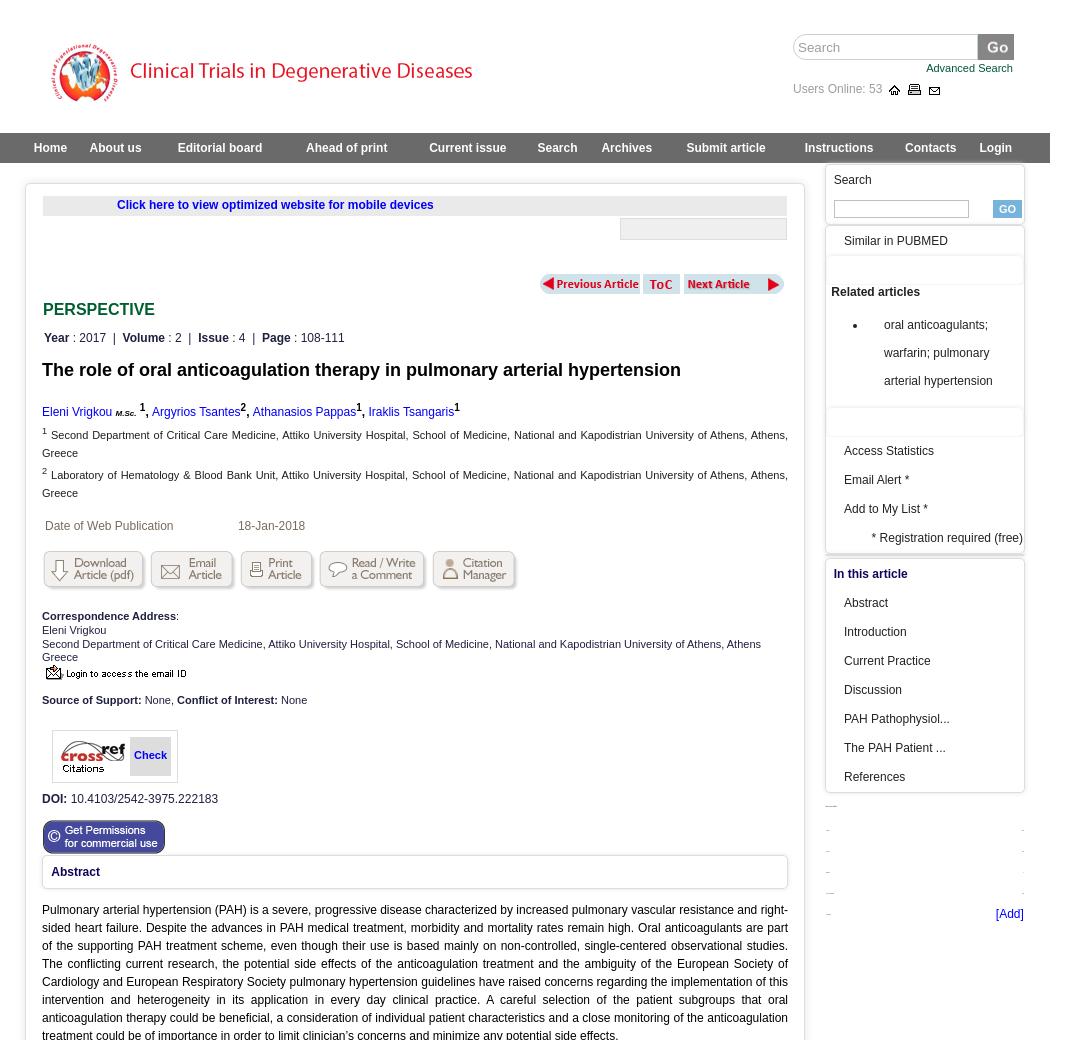 The height and width of the screenshot is (1040, 1083). I want to click on 'Ahead of print', so click(345, 147).